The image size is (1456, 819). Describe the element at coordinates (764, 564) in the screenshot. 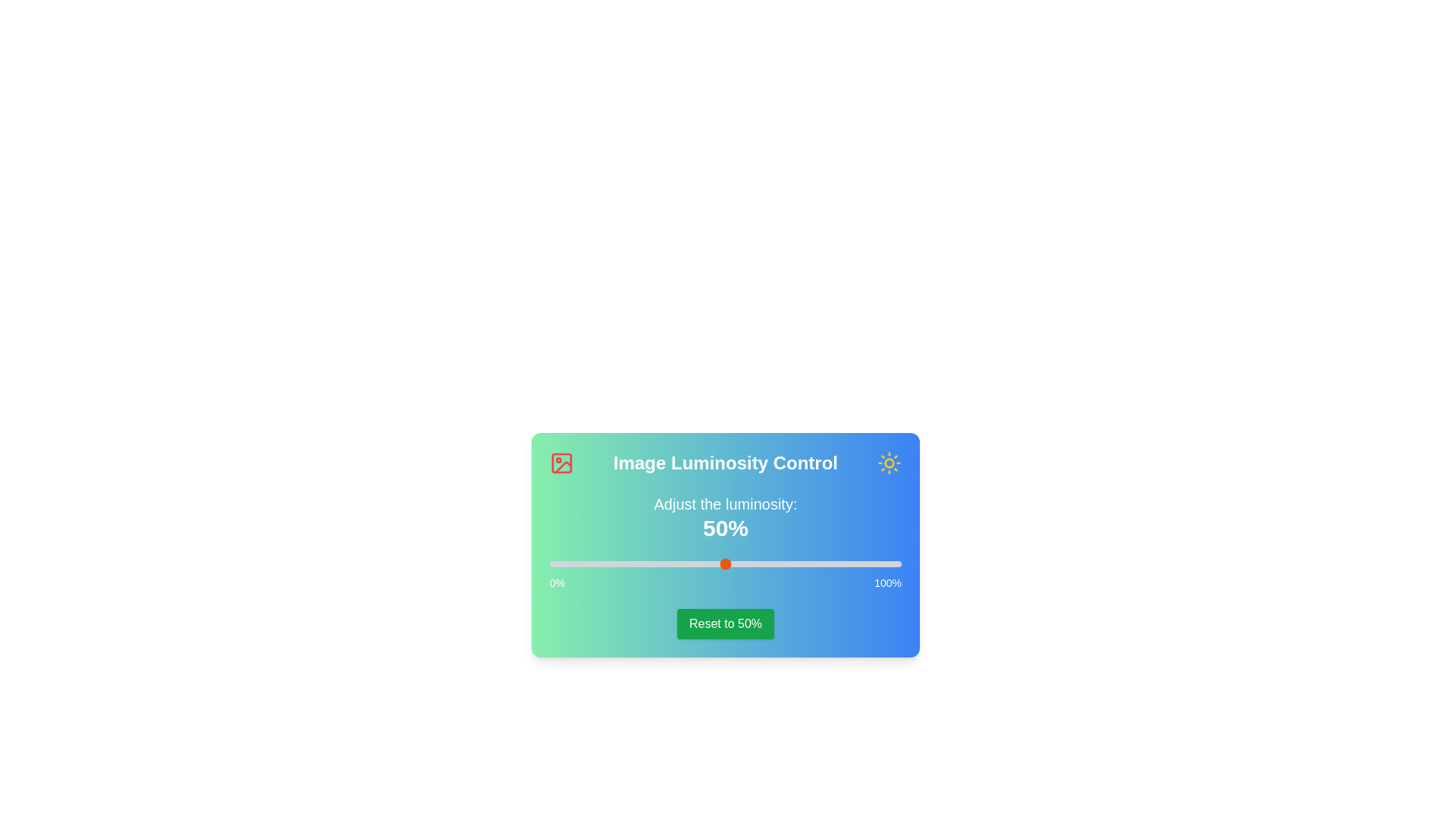

I see `the luminosity slider to 61%` at that location.